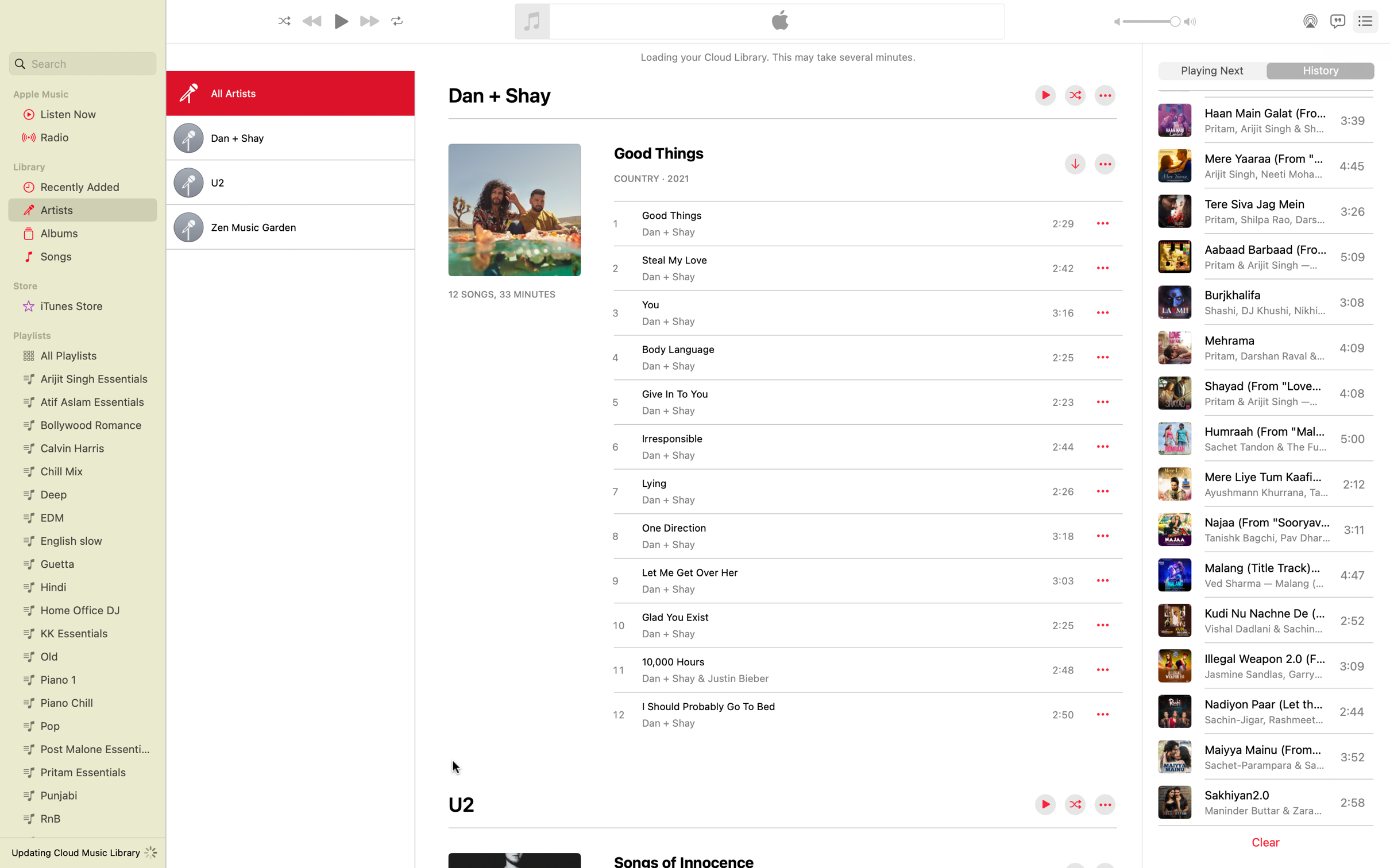 Image resolution: width=1390 pixels, height=868 pixels. What do you see at coordinates (1264, 483) in the screenshot?
I see `Run the music "Mere Liye Tum Kaafi` at bounding box center [1264, 483].